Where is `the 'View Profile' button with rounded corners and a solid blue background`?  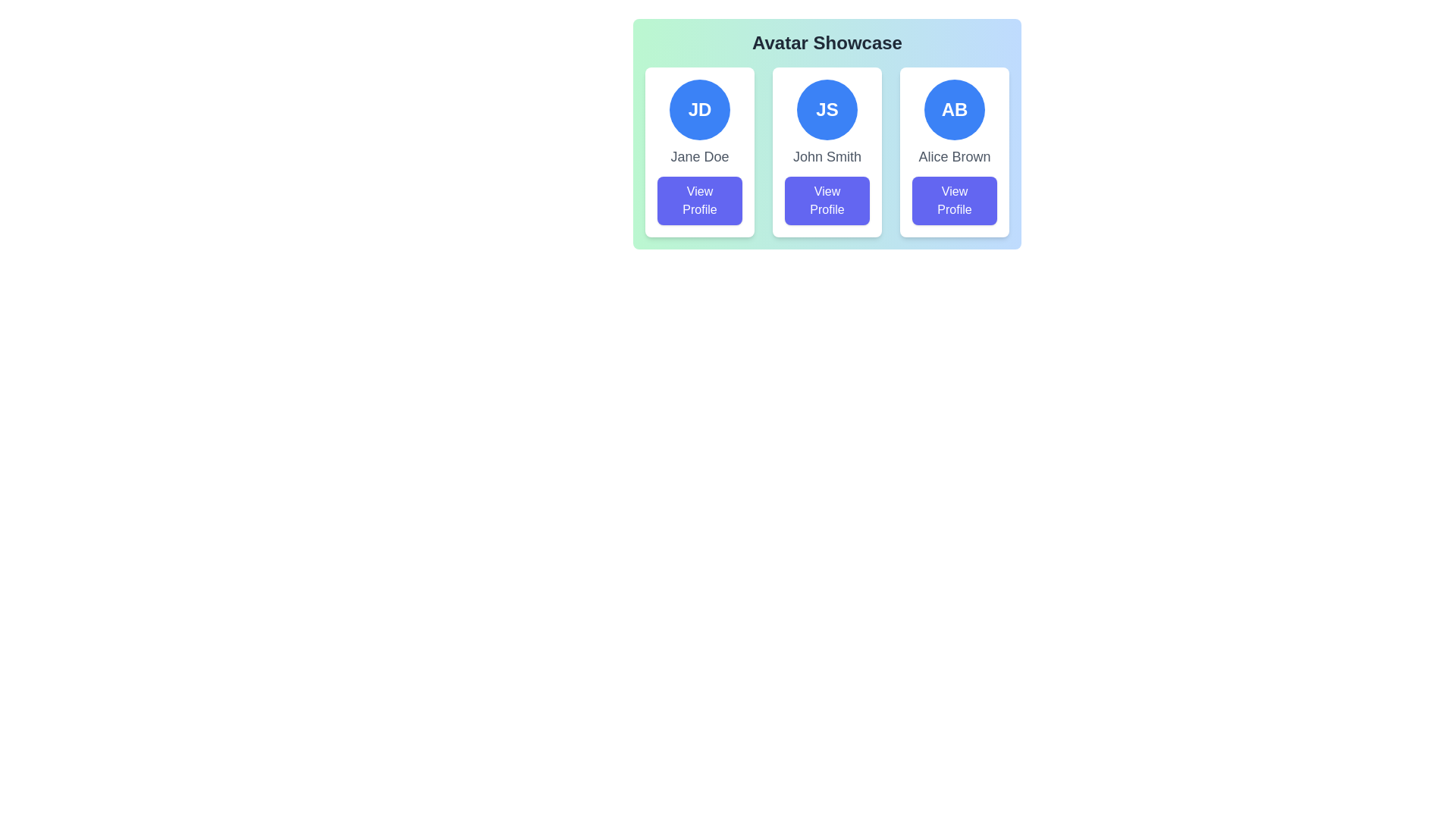
the 'View Profile' button with rounded corners and a solid blue background is located at coordinates (953, 200).